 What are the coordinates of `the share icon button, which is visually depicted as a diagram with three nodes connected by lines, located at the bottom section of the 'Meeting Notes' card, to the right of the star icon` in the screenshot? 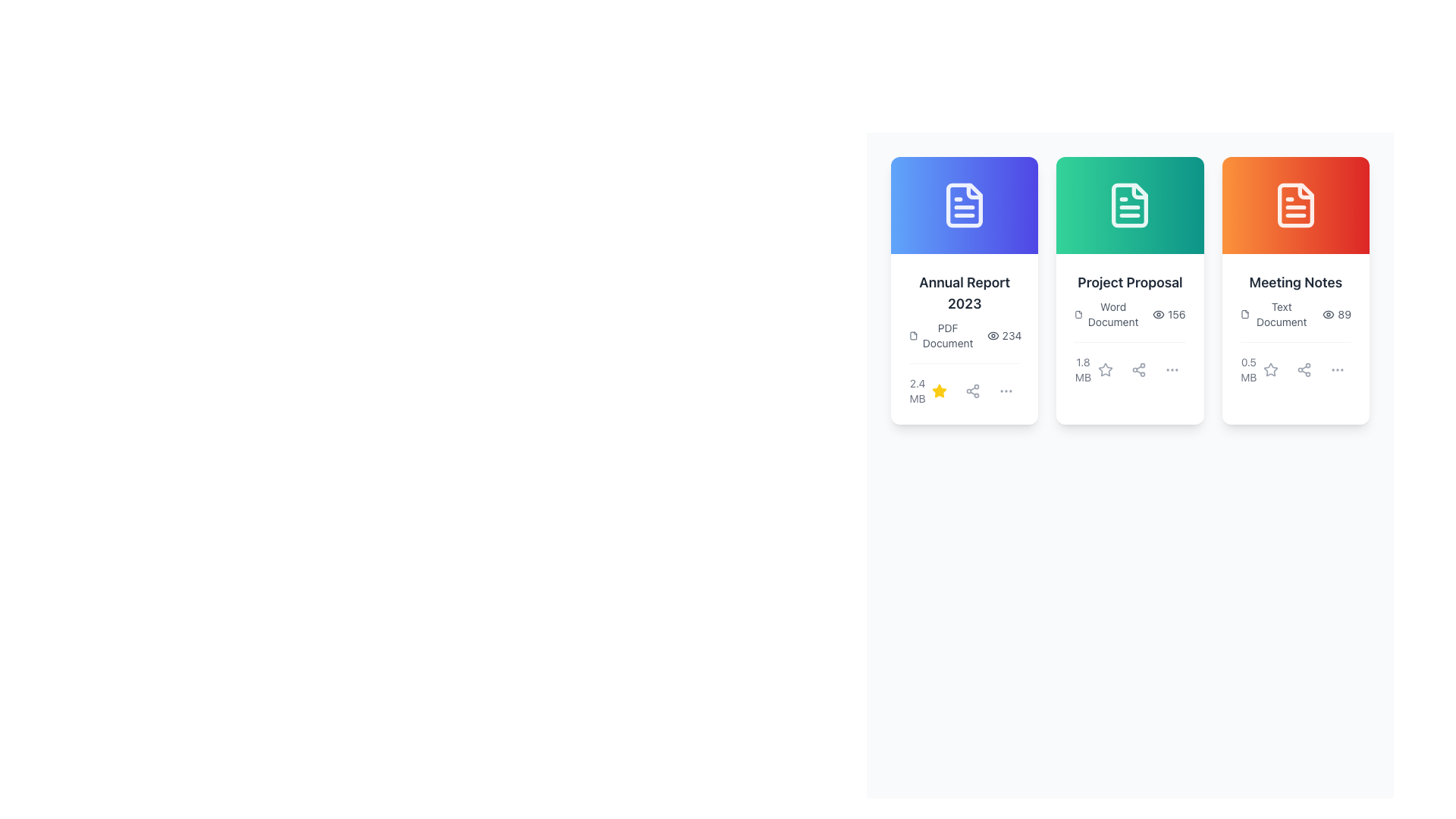 It's located at (1303, 370).